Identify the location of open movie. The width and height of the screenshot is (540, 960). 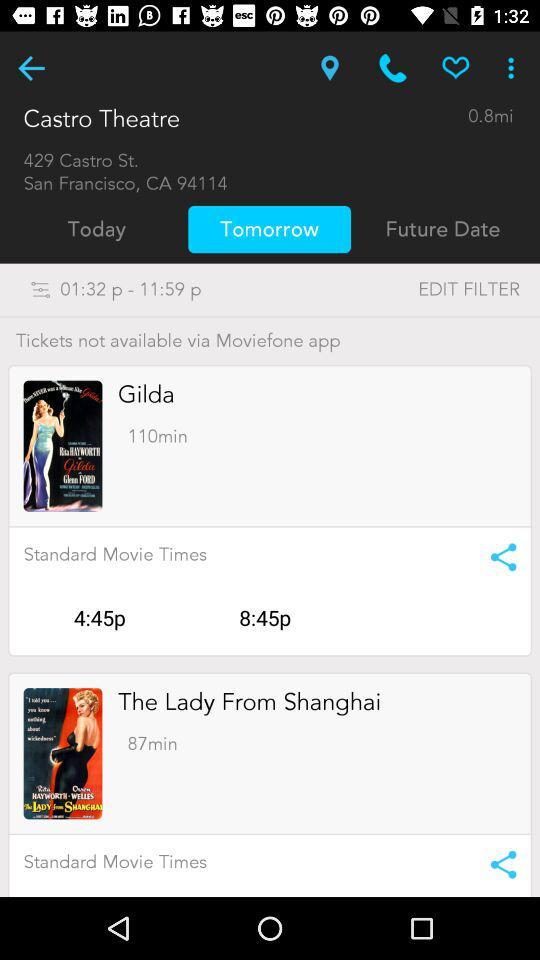
(63, 752).